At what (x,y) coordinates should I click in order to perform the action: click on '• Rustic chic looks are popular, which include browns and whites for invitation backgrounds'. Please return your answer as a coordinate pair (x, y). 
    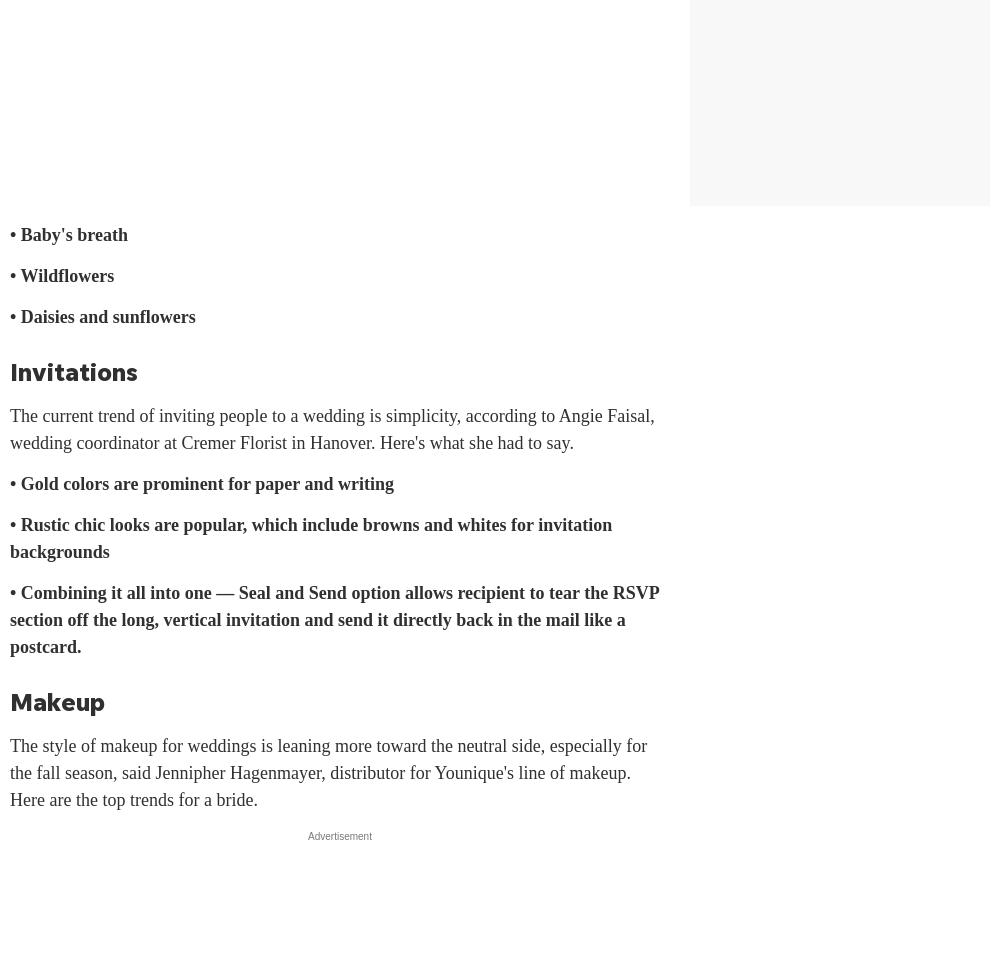
    Looking at the image, I should click on (10, 538).